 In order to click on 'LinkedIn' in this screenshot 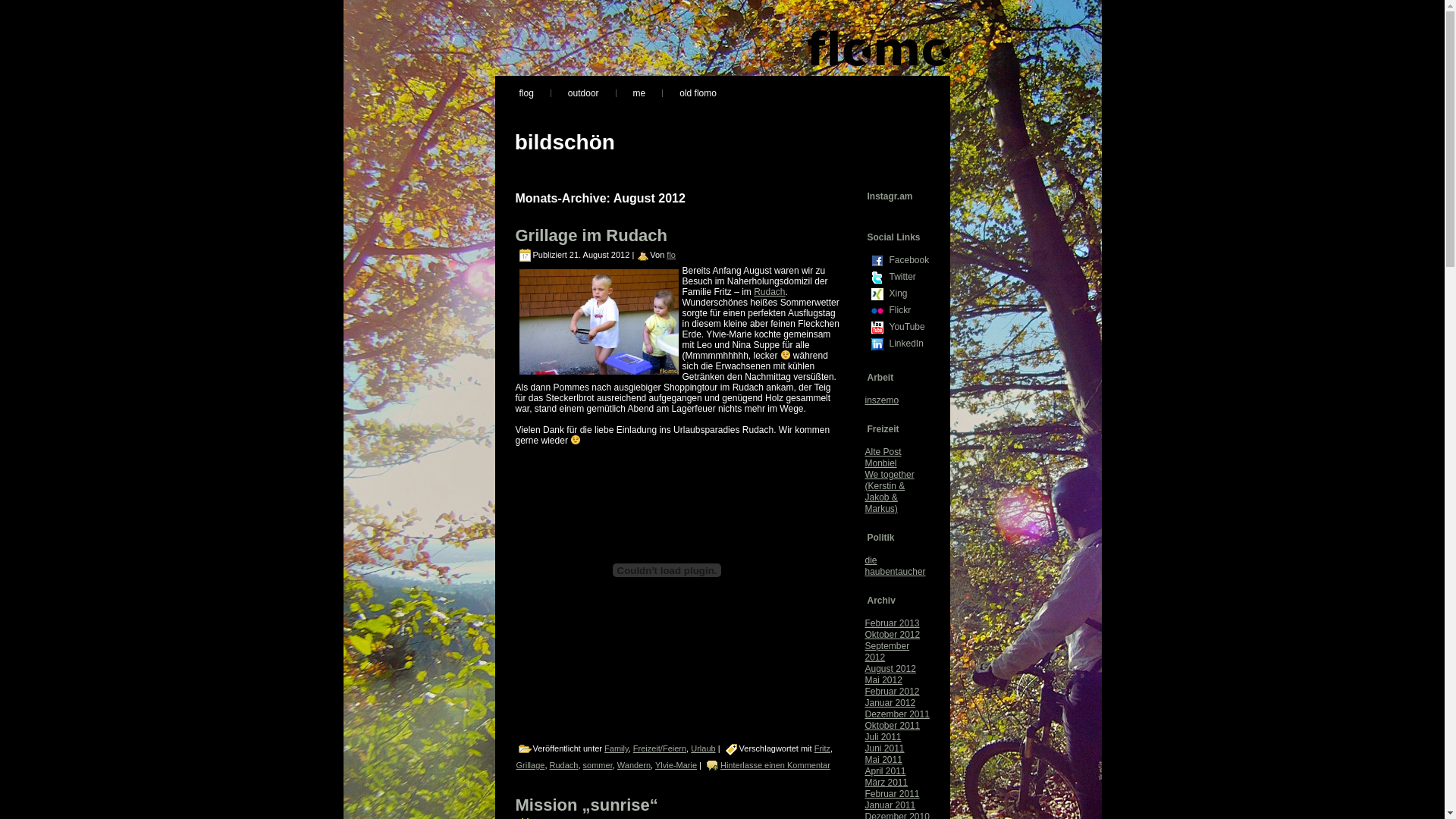, I will do `click(908, 343)`.